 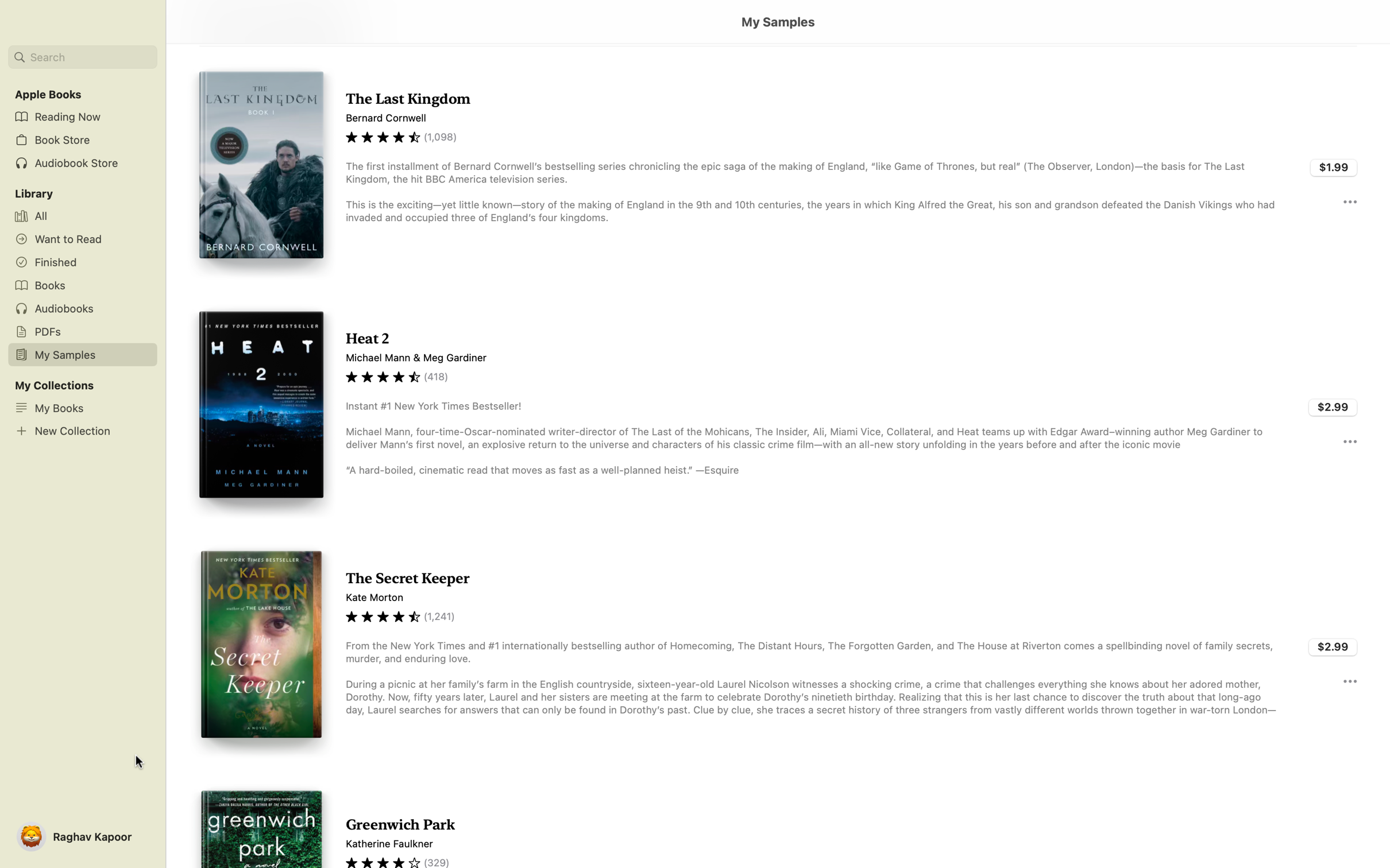 What do you see at coordinates (777, 166) in the screenshot?
I see `Execute a double click to open the Last Kingdom"s excerpt` at bounding box center [777, 166].